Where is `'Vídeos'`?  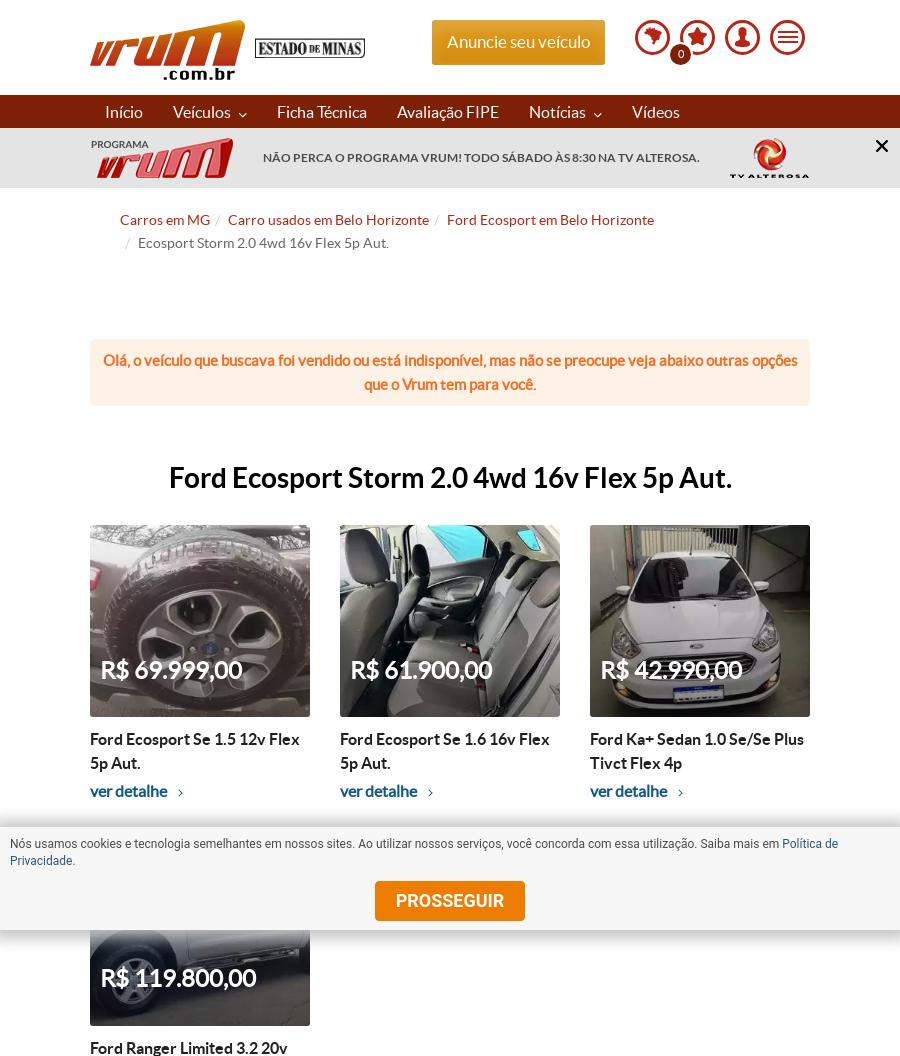 'Vídeos' is located at coordinates (656, 109).